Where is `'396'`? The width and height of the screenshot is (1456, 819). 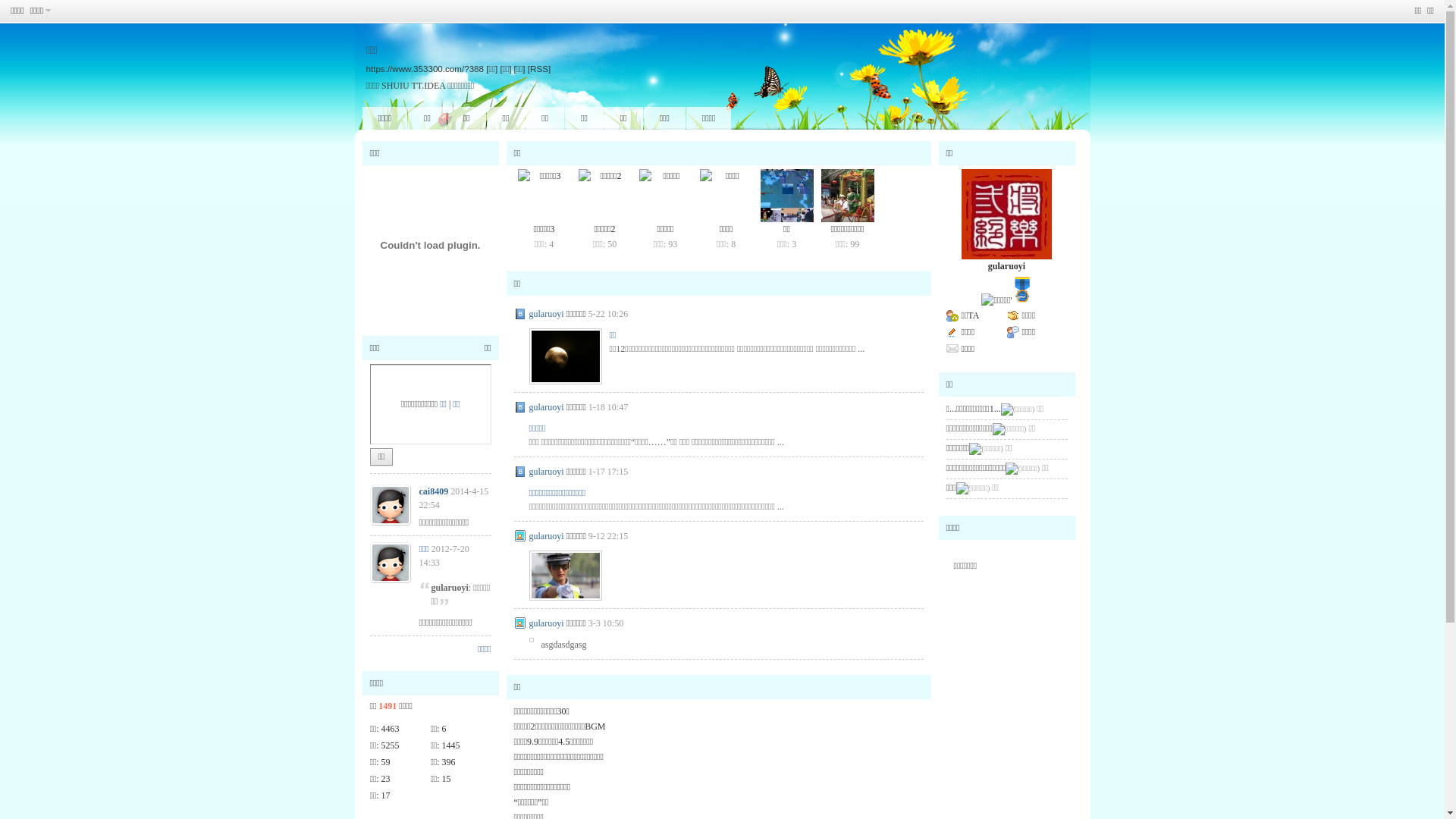
'396' is located at coordinates (447, 762).